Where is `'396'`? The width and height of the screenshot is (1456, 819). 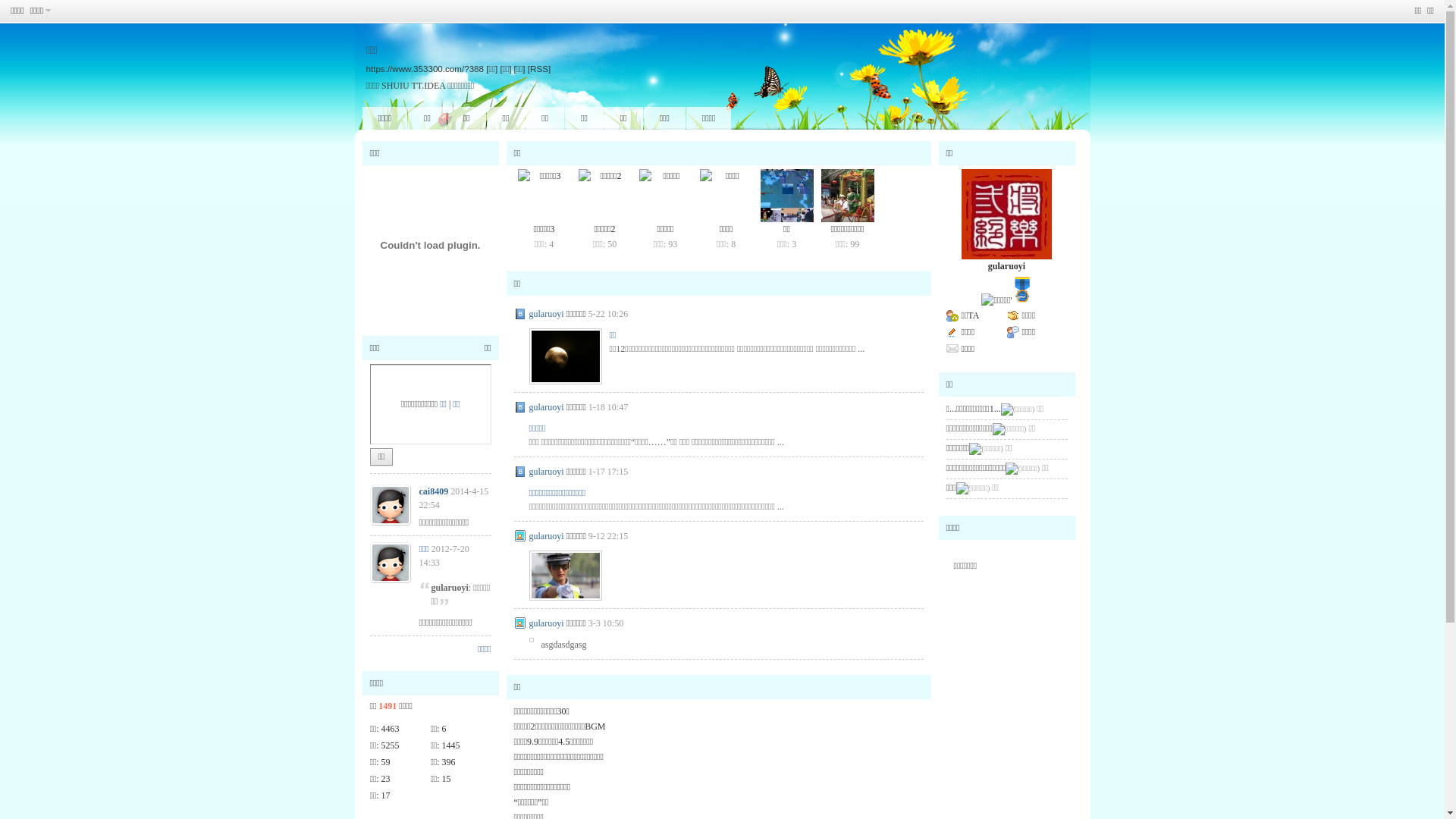
'396' is located at coordinates (447, 762).